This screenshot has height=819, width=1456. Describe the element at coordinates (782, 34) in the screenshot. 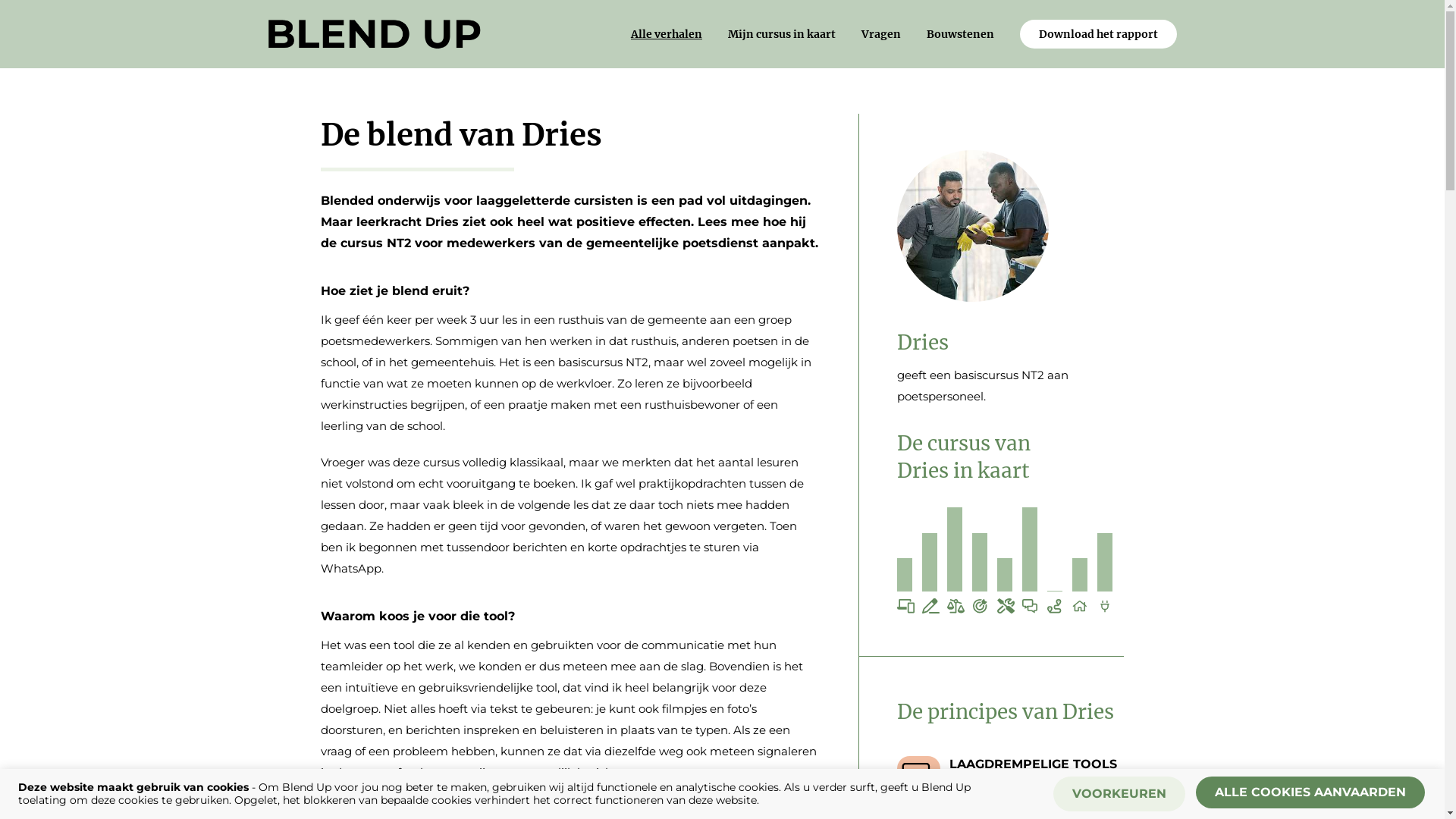

I see `'Mijn cursus in kaart'` at that location.